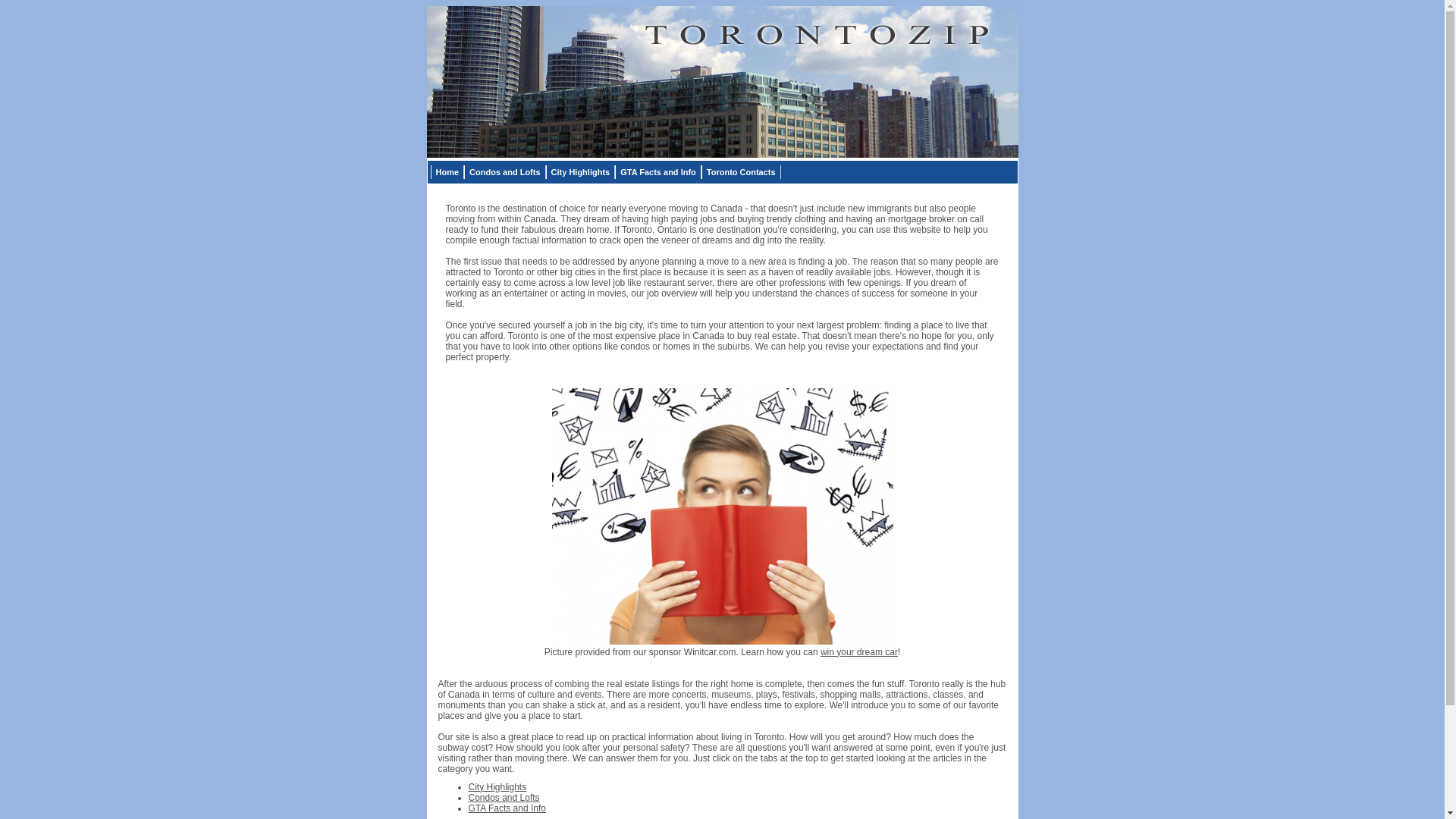 This screenshot has width=1456, height=819. What do you see at coordinates (615, 171) in the screenshot?
I see `'GTA Facts and Info'` at bounding box center [615, 171].